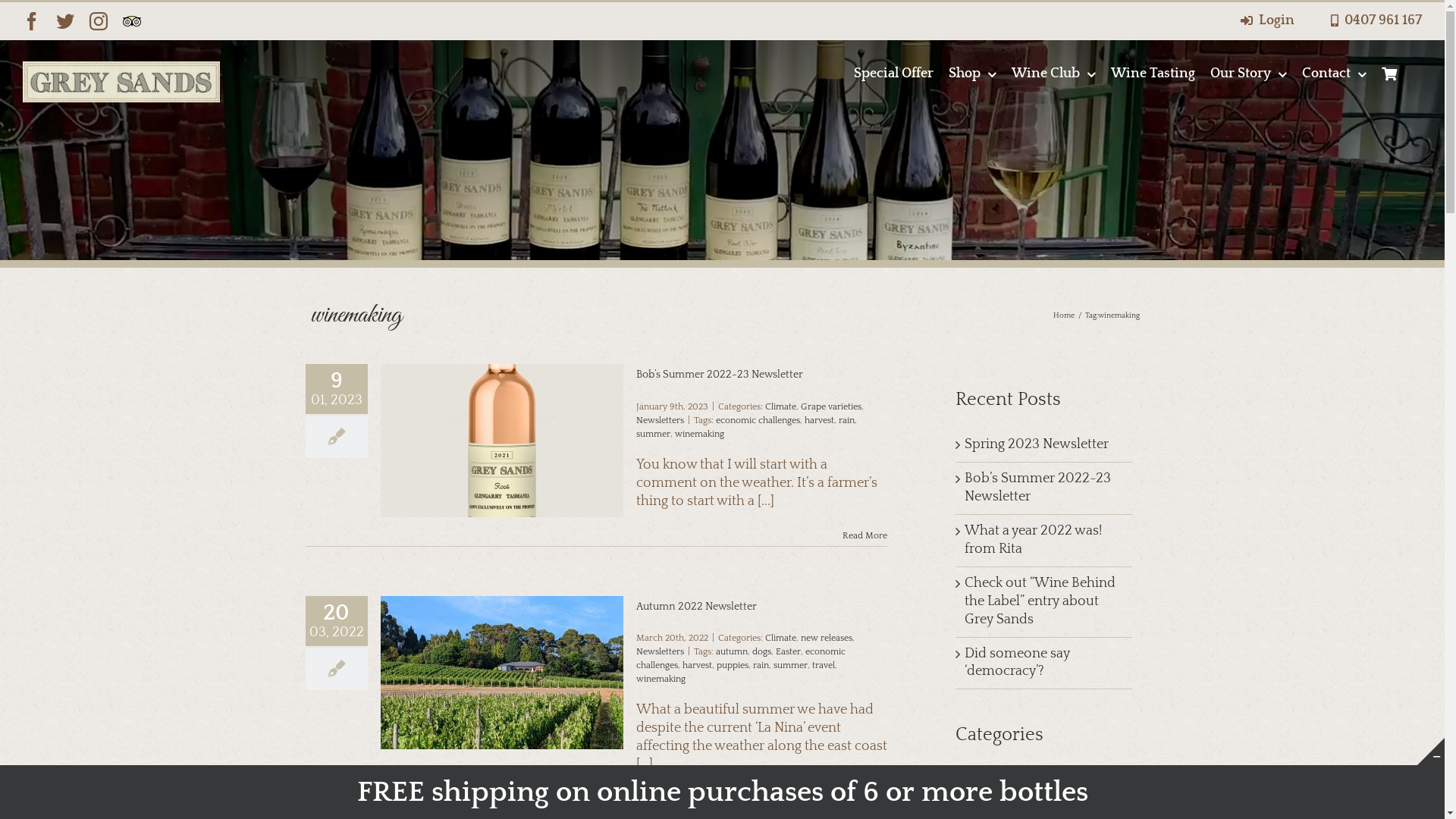 This screenshot has height=819, width=1456. Describe the element at coordinates (652, 434) in the screenshot. I see `'summer'` at that location.